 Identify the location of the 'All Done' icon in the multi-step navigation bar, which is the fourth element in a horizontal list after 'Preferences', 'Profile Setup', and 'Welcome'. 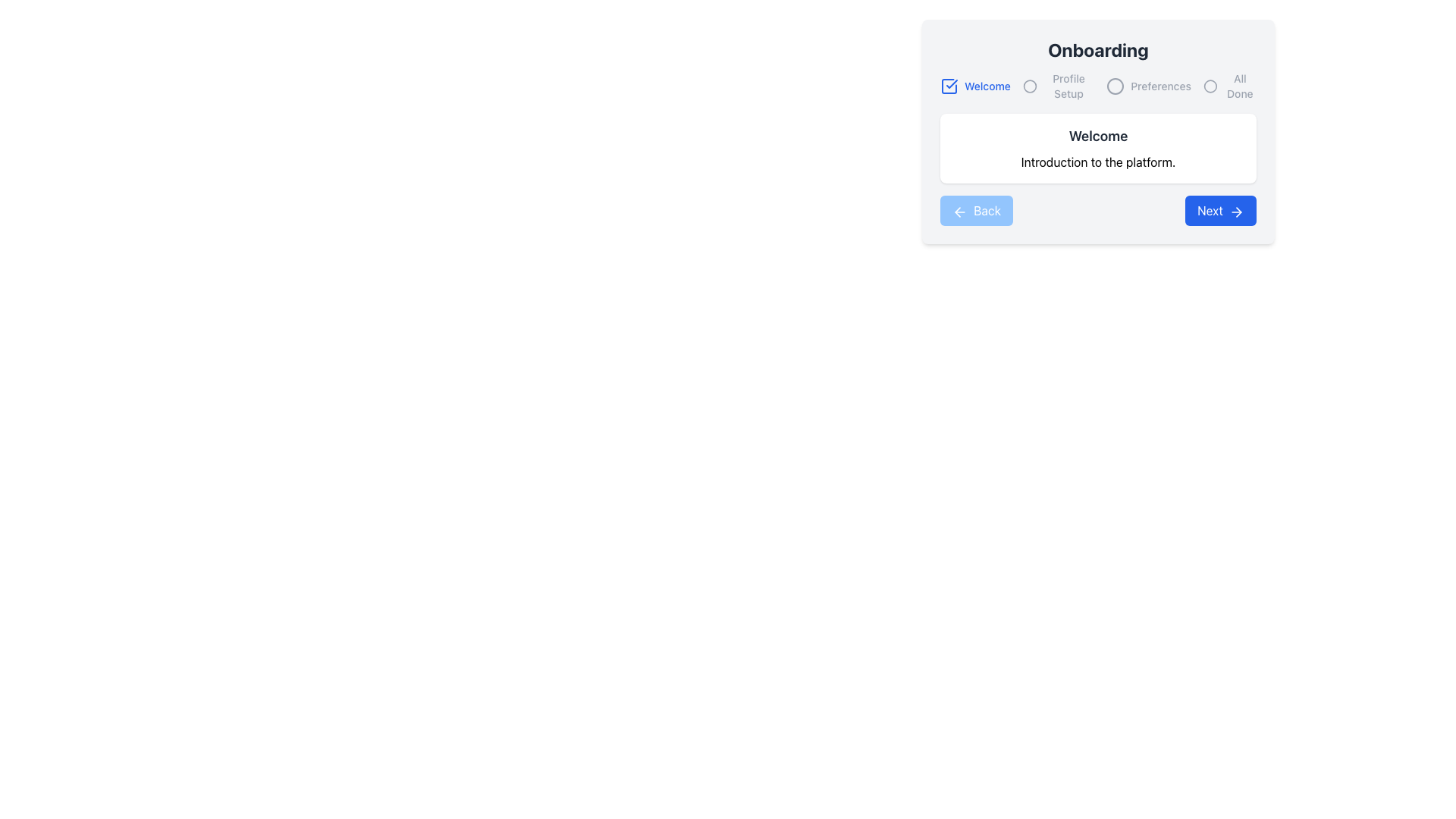
(1230, 86).